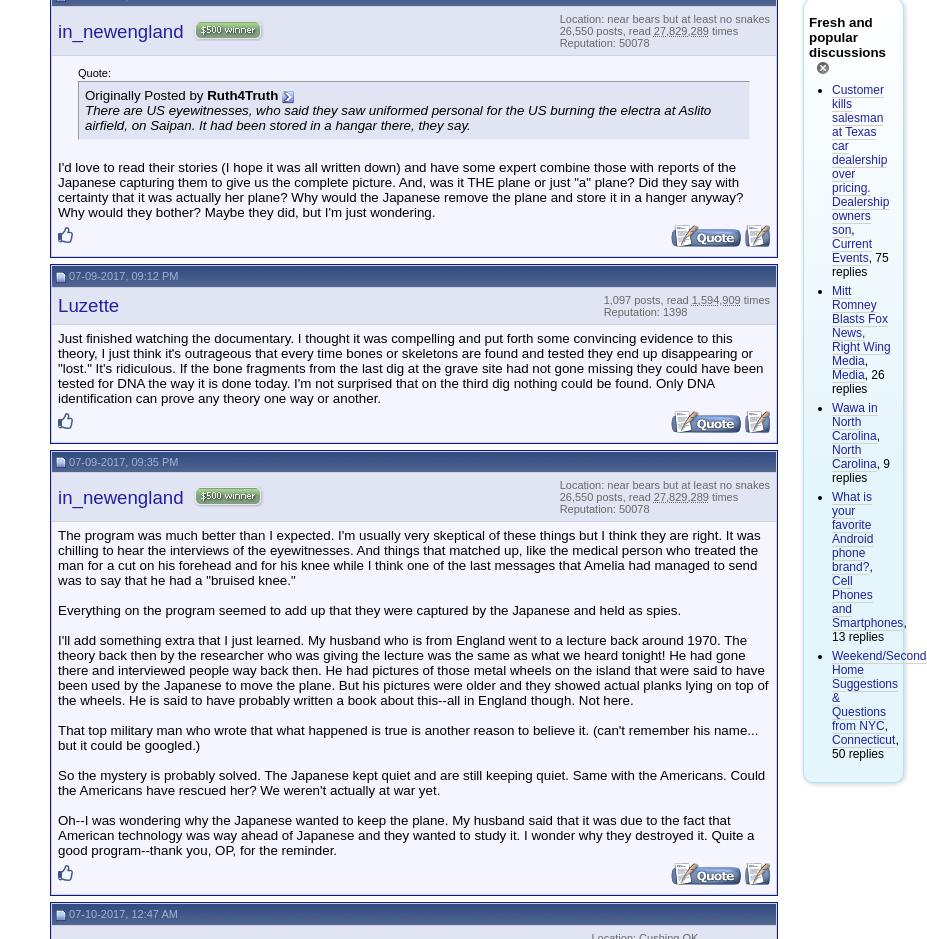 The height and width of the screenshot is (939, 927). What do you see at coordinates (831, 419) in the screenshot?
I see `'Wawa in North Carolina'` at bounding box center [831, 419].